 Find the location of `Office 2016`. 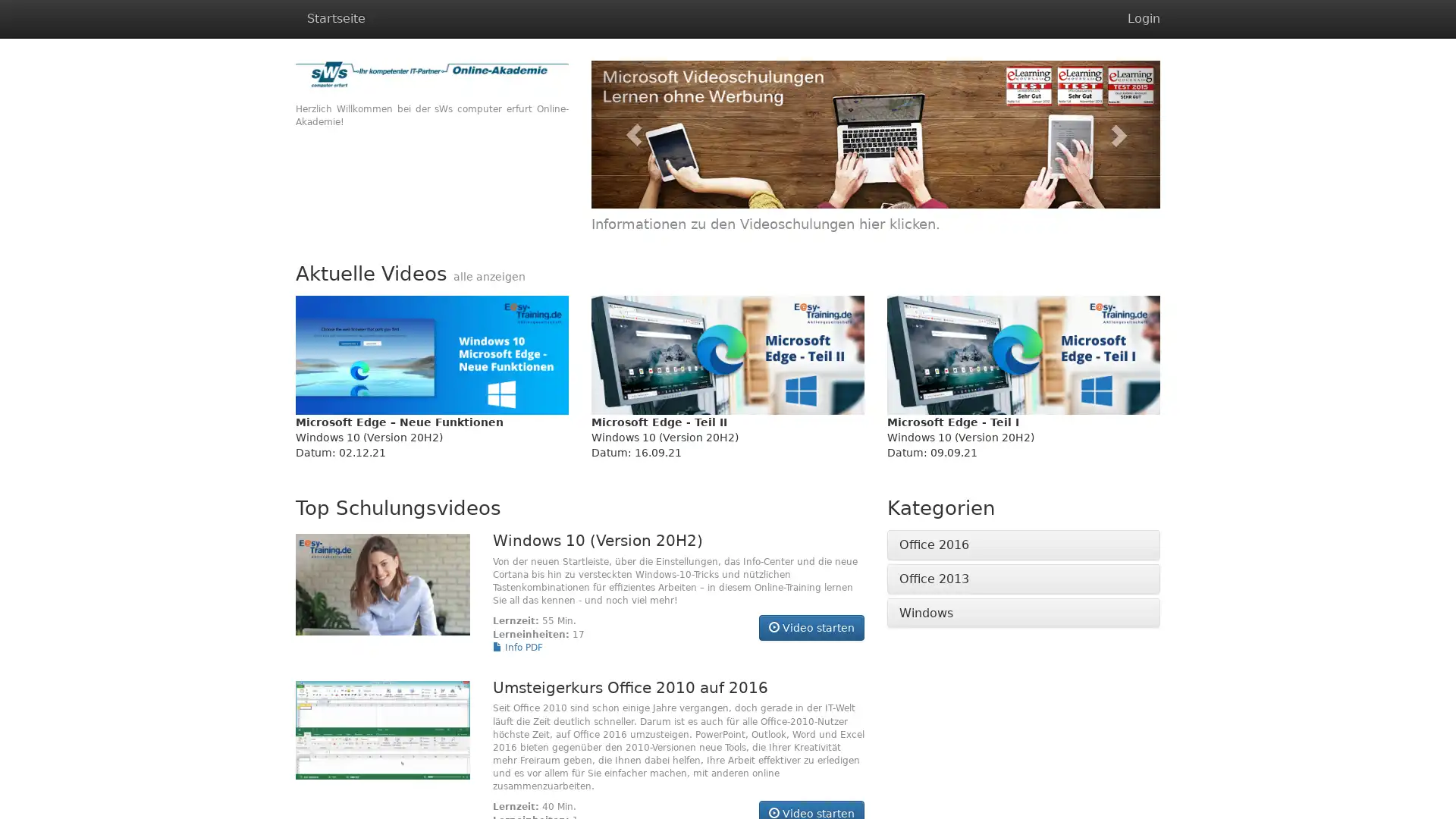

Office 2016 is located at coordinates (934, 544).